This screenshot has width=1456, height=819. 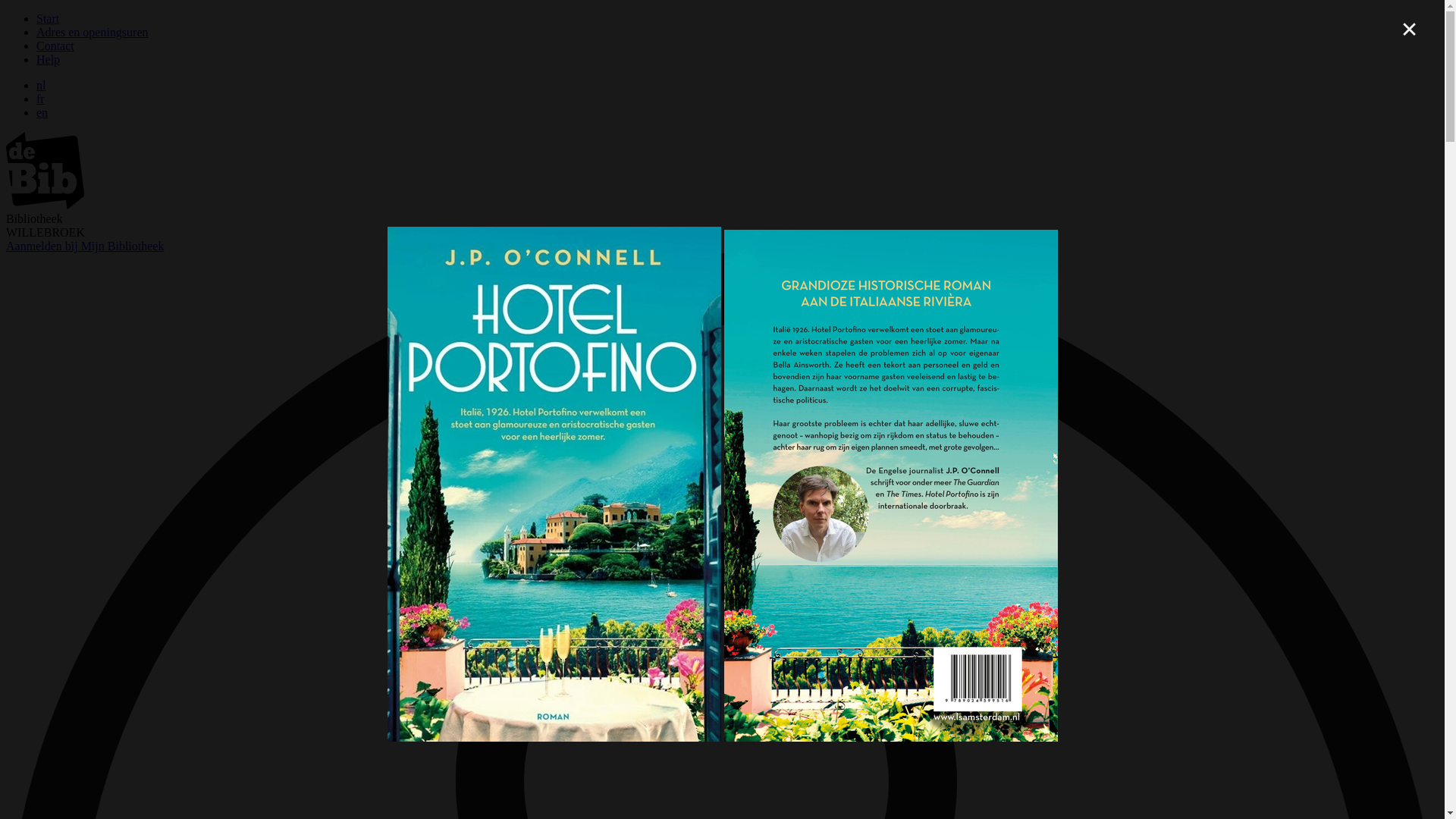 I want to click on 'image/svg+xml', so click(x=45, y=205).